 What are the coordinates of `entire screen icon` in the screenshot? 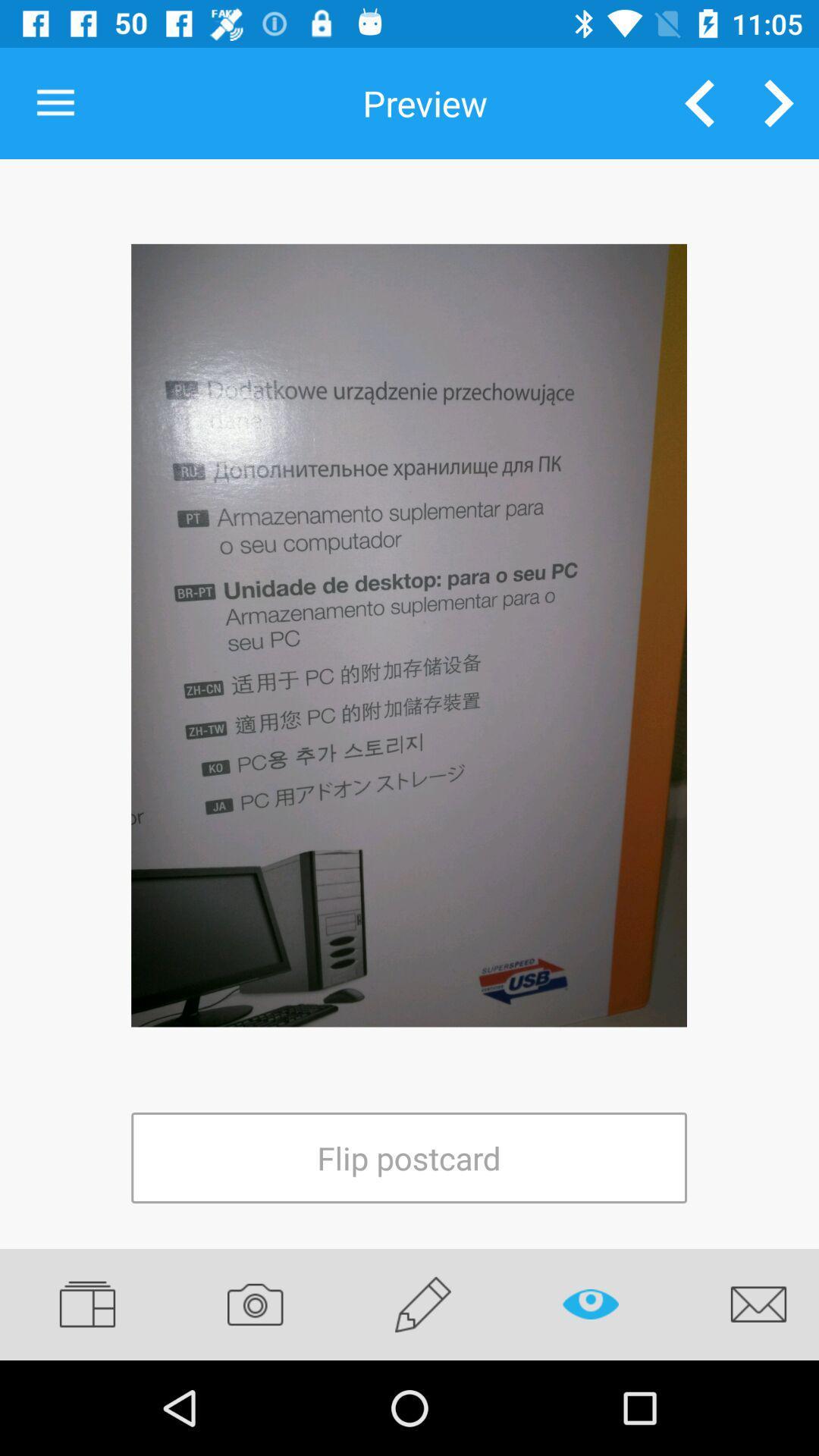 It's located at (408, 635).